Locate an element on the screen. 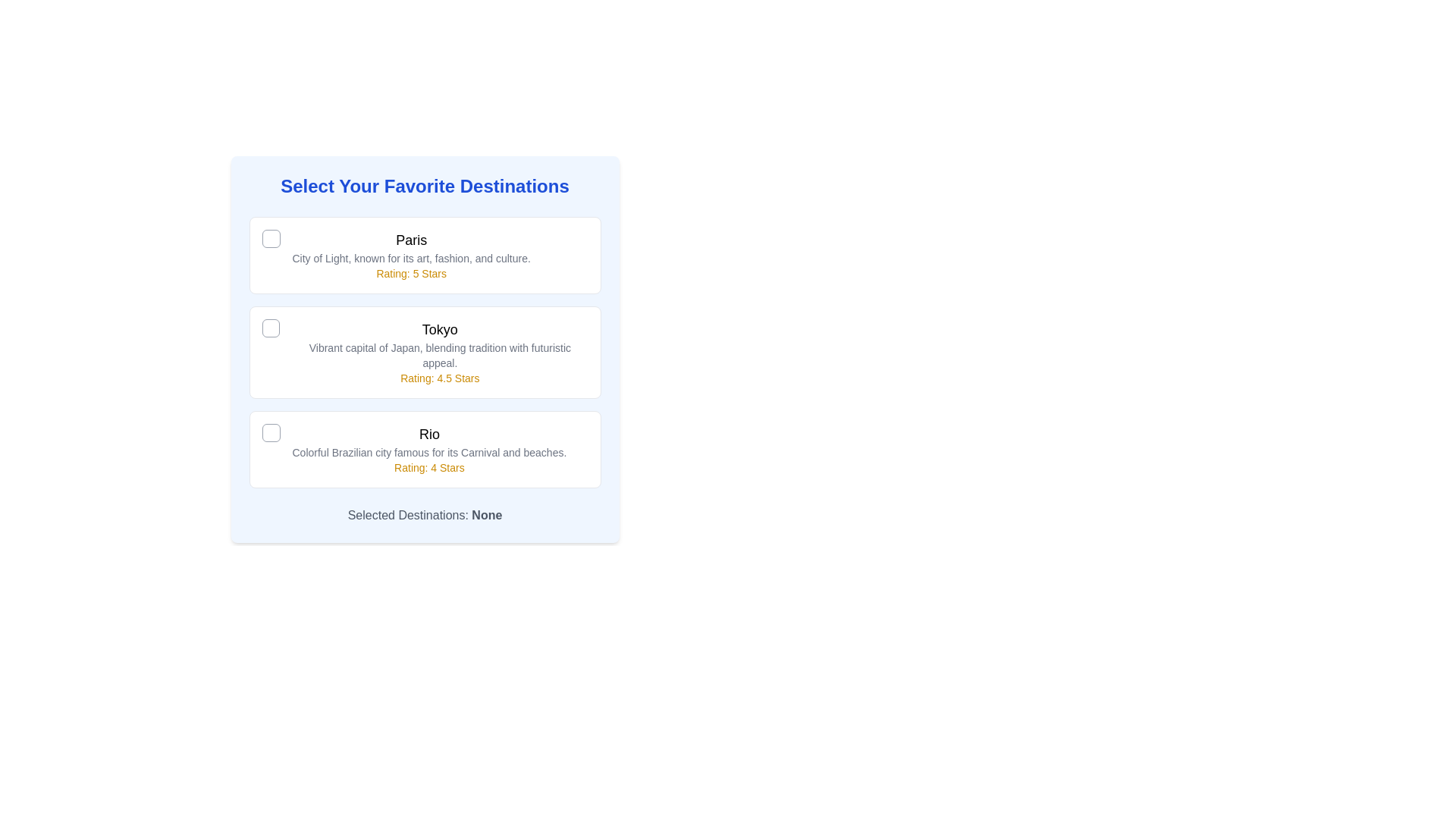 This screenshot has height=819, width=1456. the informational content block displaying details about 'Tokyo', which includes the header 'Tokyo', a descriptive paragraph, and a rating of '4.5 Stars' is located at coordinates (439, 353).